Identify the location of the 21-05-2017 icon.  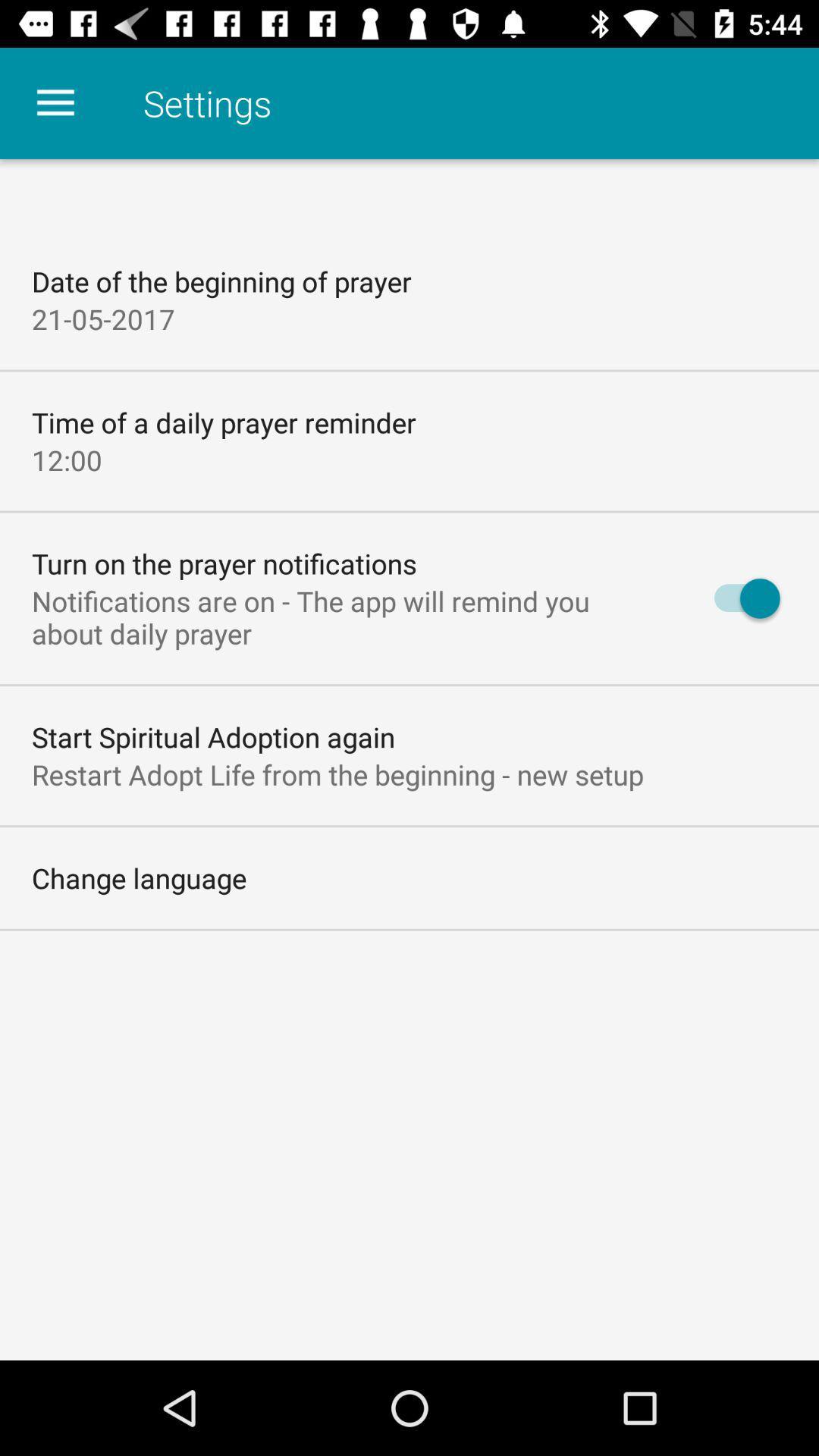
(102, 318).